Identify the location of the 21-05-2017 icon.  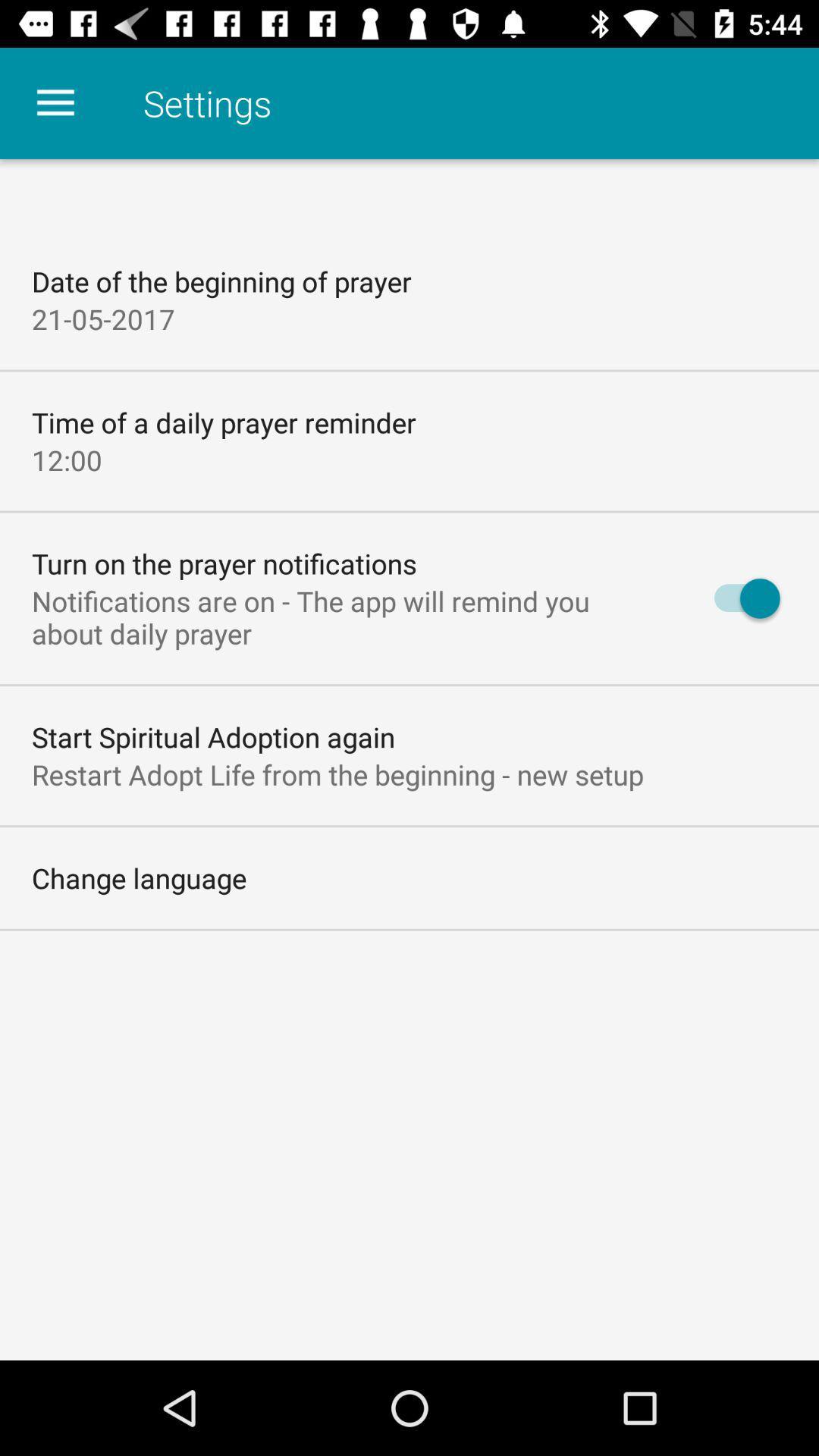
(102, 318).